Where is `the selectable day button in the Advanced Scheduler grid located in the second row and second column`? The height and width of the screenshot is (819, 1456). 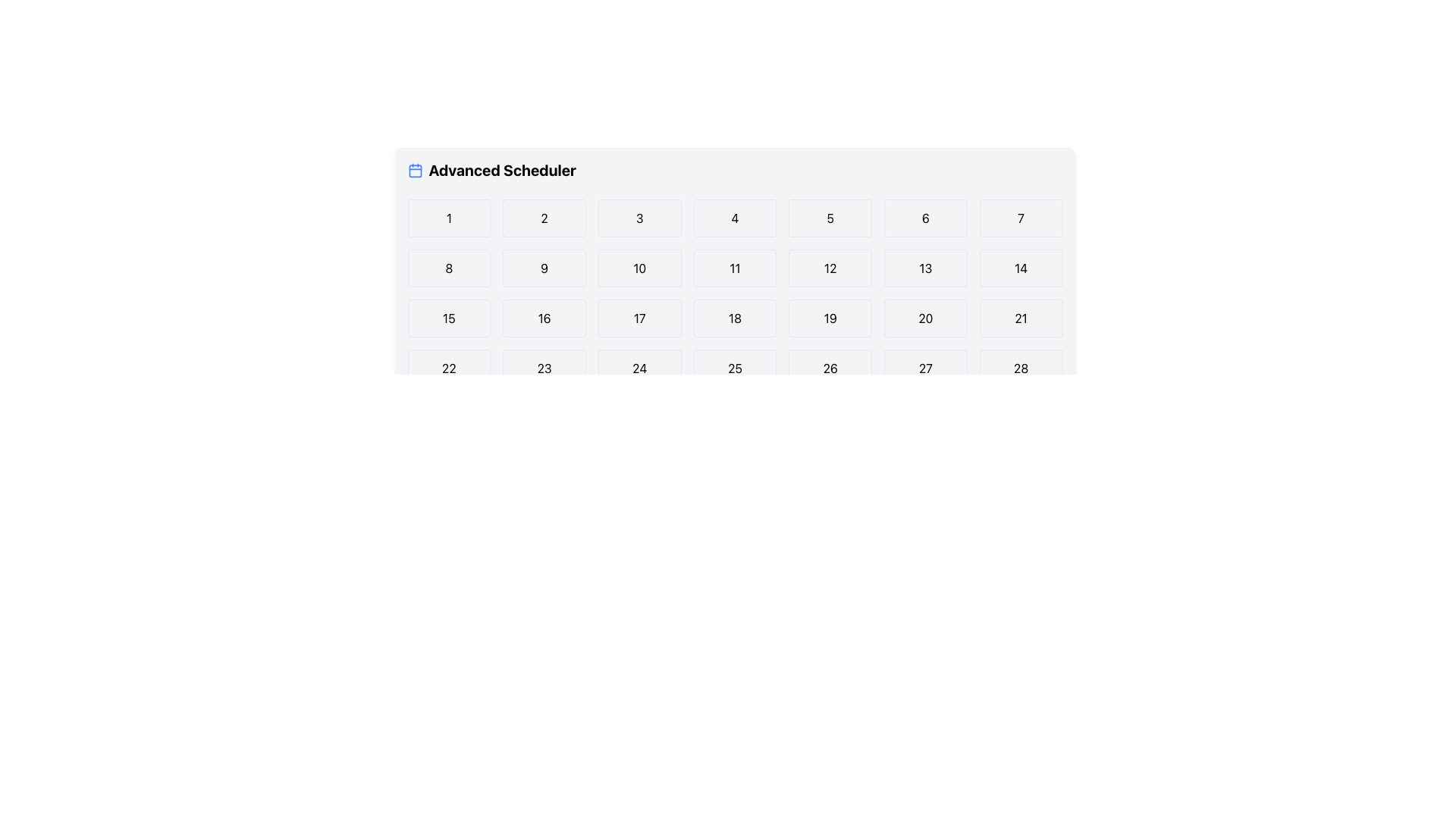
the selectable day button in the Advanced Scheduler grid located in the second row and second column is located at coordinates (544, 268).